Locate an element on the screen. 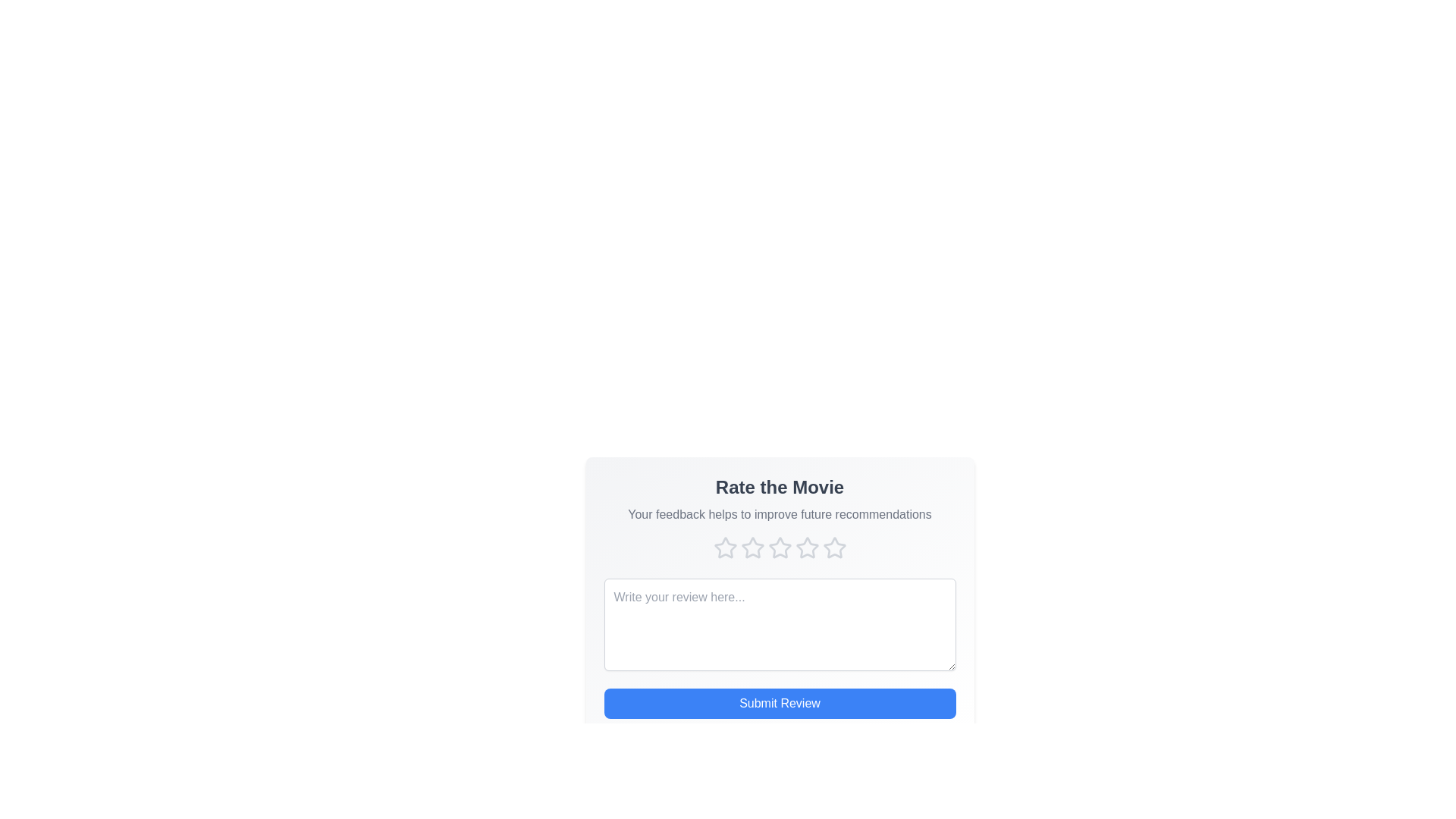 The width and height of the screenshot is (1456, 819). the first star icon in the rating system under 'Rate the Movie' is located at coordinates (723, 547).